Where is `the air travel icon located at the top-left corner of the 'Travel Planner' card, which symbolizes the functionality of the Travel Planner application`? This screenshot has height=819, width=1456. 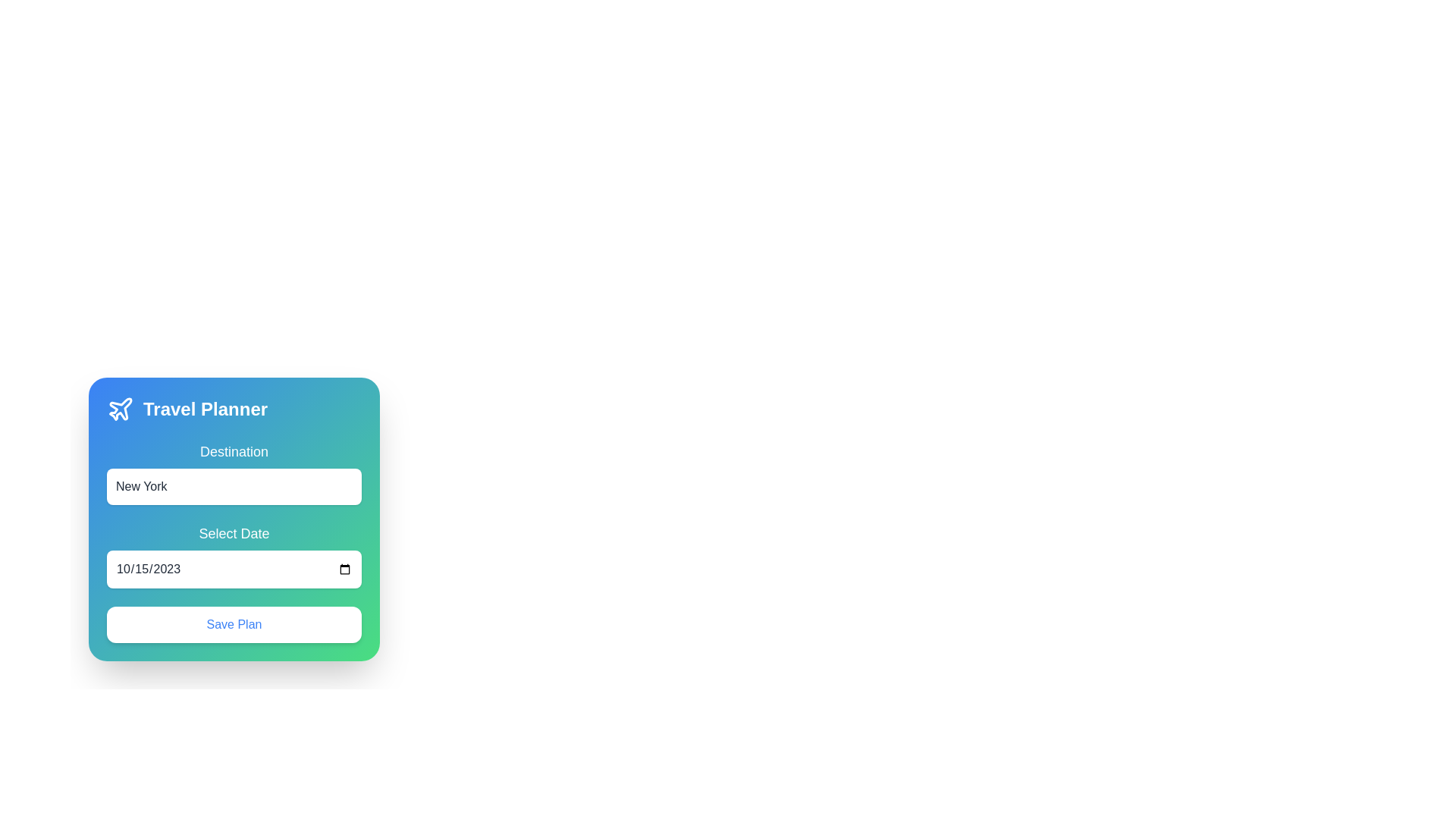
the air travel icon located at the top-left corner of the 'Travel Planner' card, which symbolizes the functionality of the Travel Planner application is located at coordinates (120, 408).